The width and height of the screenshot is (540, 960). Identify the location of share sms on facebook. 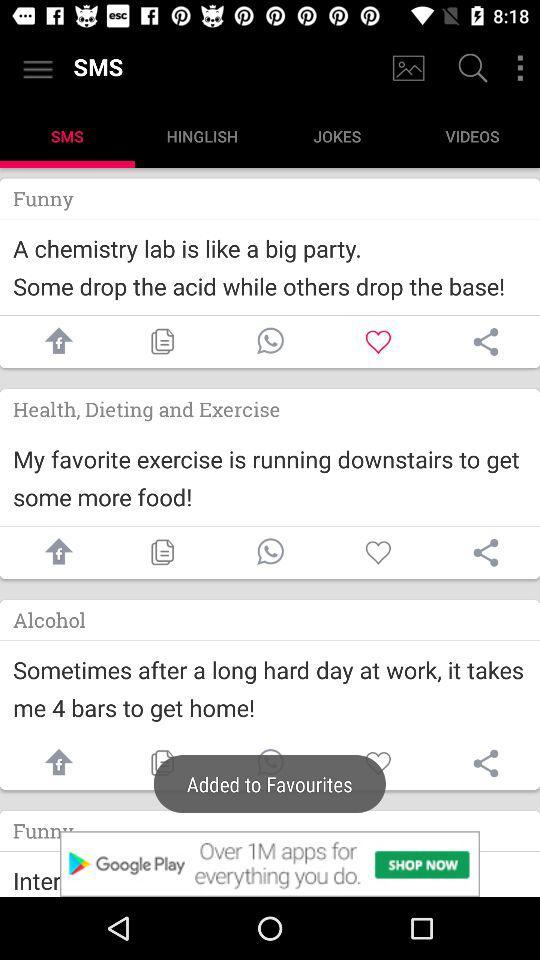
(54, 552).